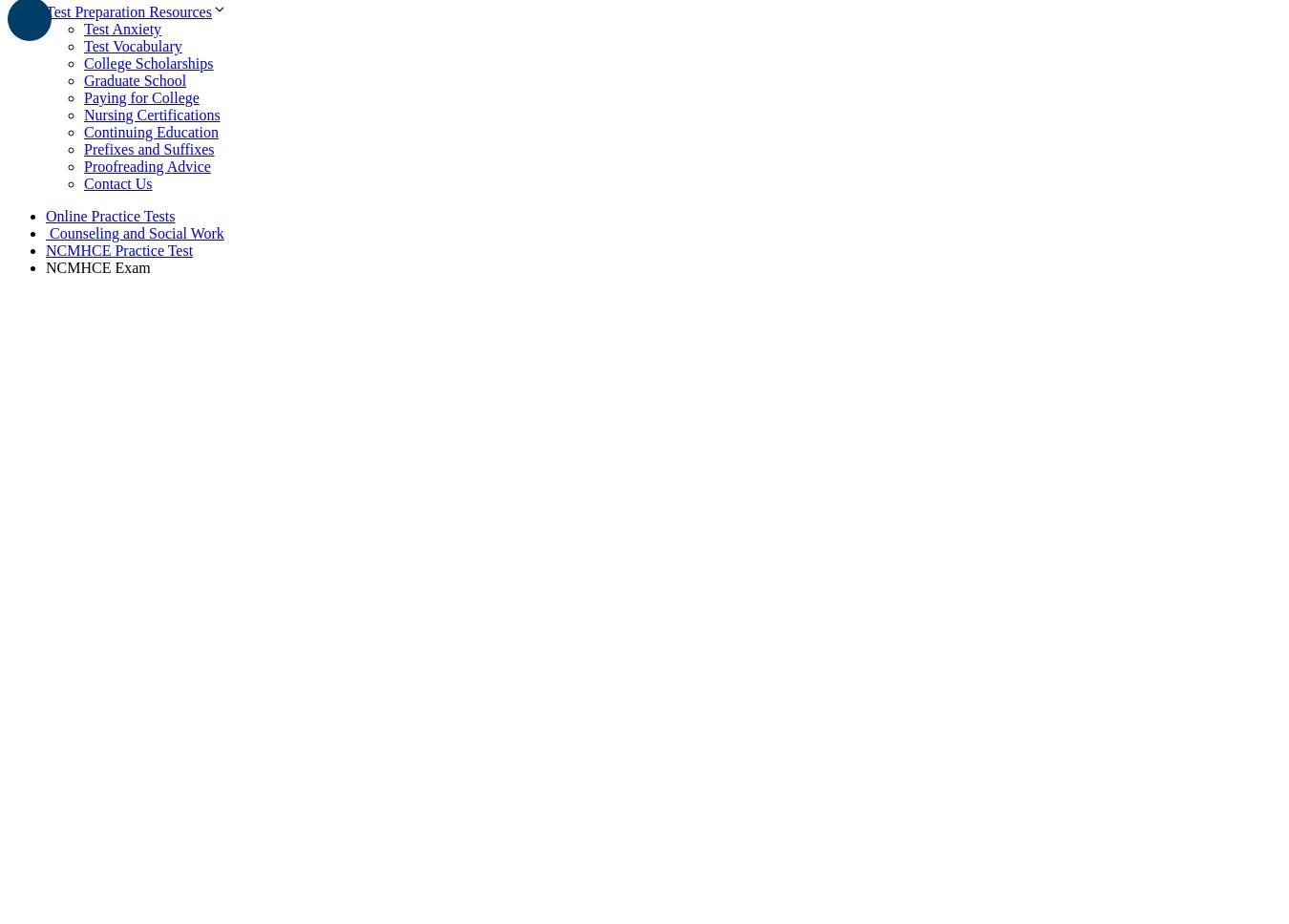  Describe the element at coordinates (110, 214) in the screenshot. I see `'Online Practice Tests'` at that location.